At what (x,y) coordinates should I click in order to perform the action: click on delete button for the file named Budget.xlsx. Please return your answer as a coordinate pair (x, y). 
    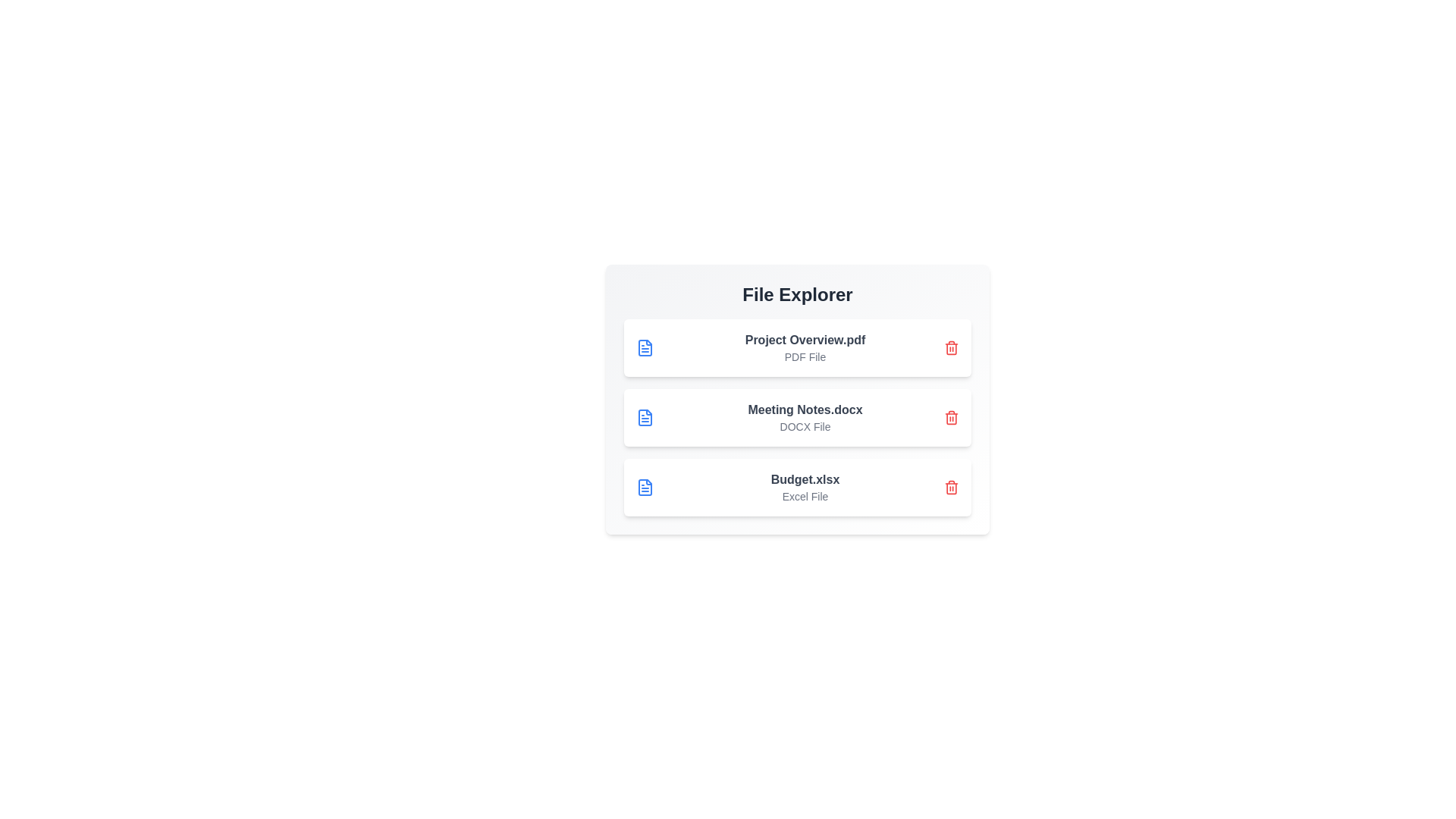
    Looking at the image, I should click on (950, 488).